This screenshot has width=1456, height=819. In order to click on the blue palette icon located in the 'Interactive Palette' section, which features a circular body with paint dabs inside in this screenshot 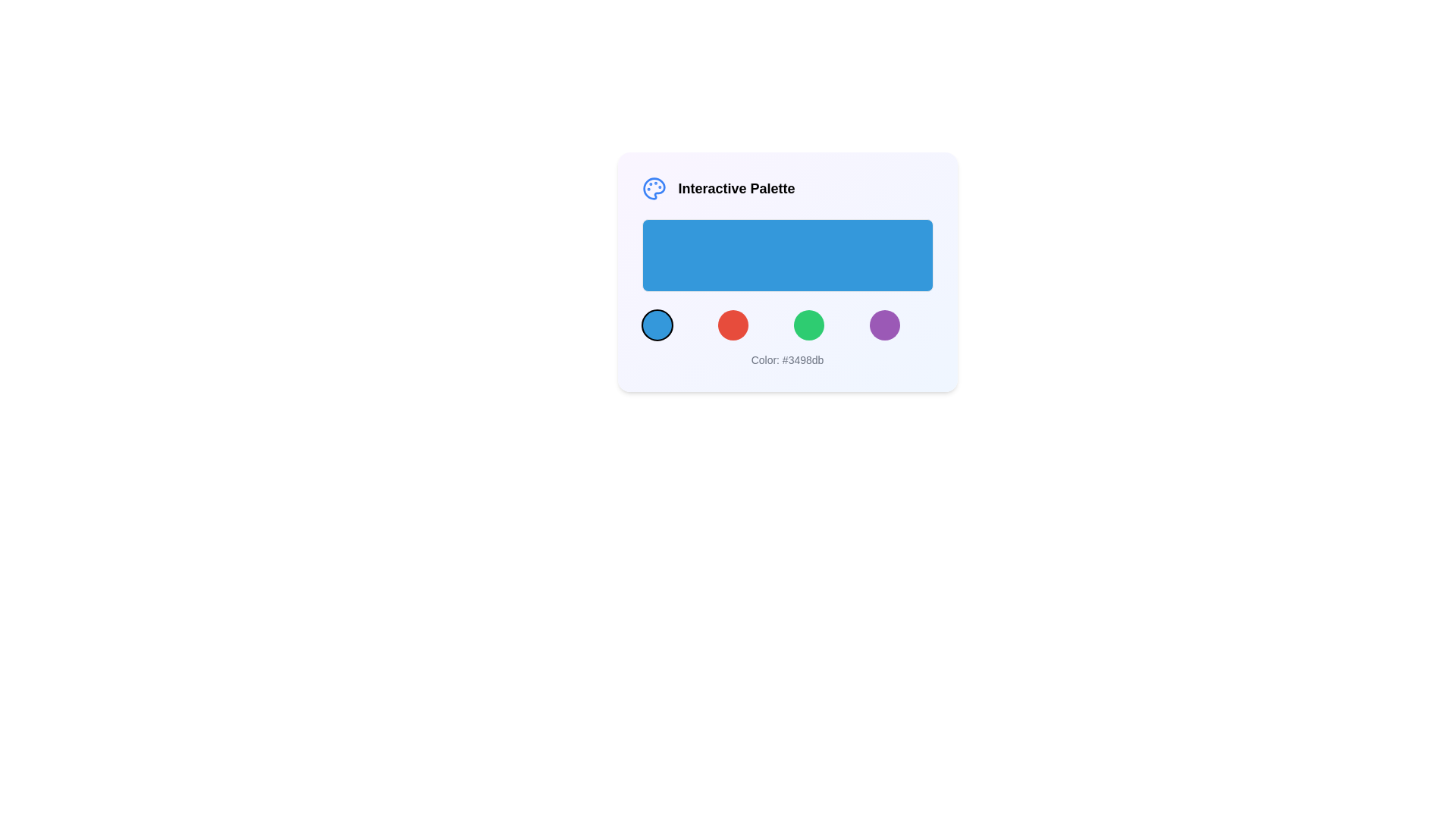, I will do `click(654, 188)`.